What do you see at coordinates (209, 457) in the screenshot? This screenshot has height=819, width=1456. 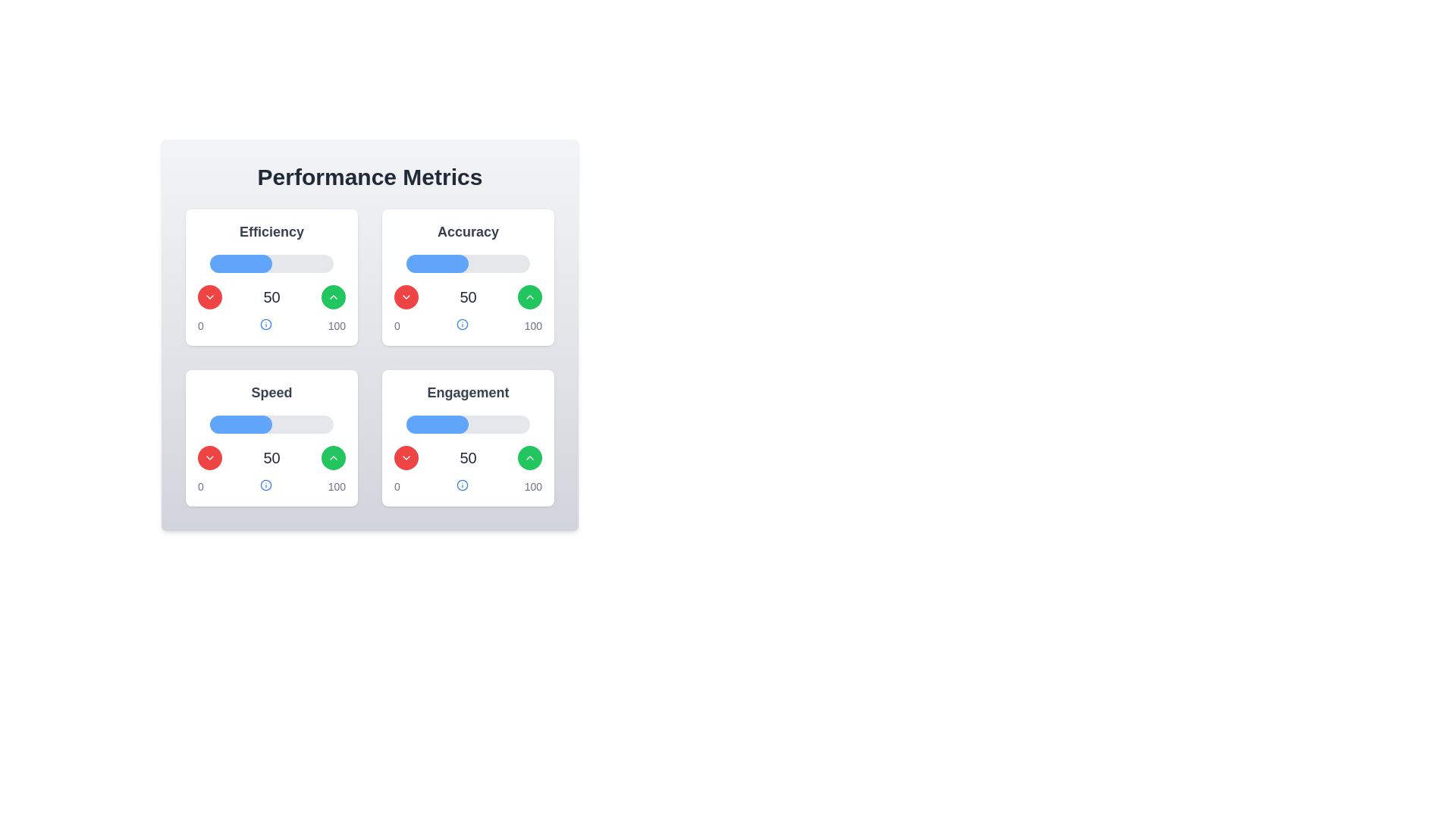 I see `the button located in the lower left area of the 'Speed' metric panel to decrease the displayed value of '50'` at bounding box center [209, 457].